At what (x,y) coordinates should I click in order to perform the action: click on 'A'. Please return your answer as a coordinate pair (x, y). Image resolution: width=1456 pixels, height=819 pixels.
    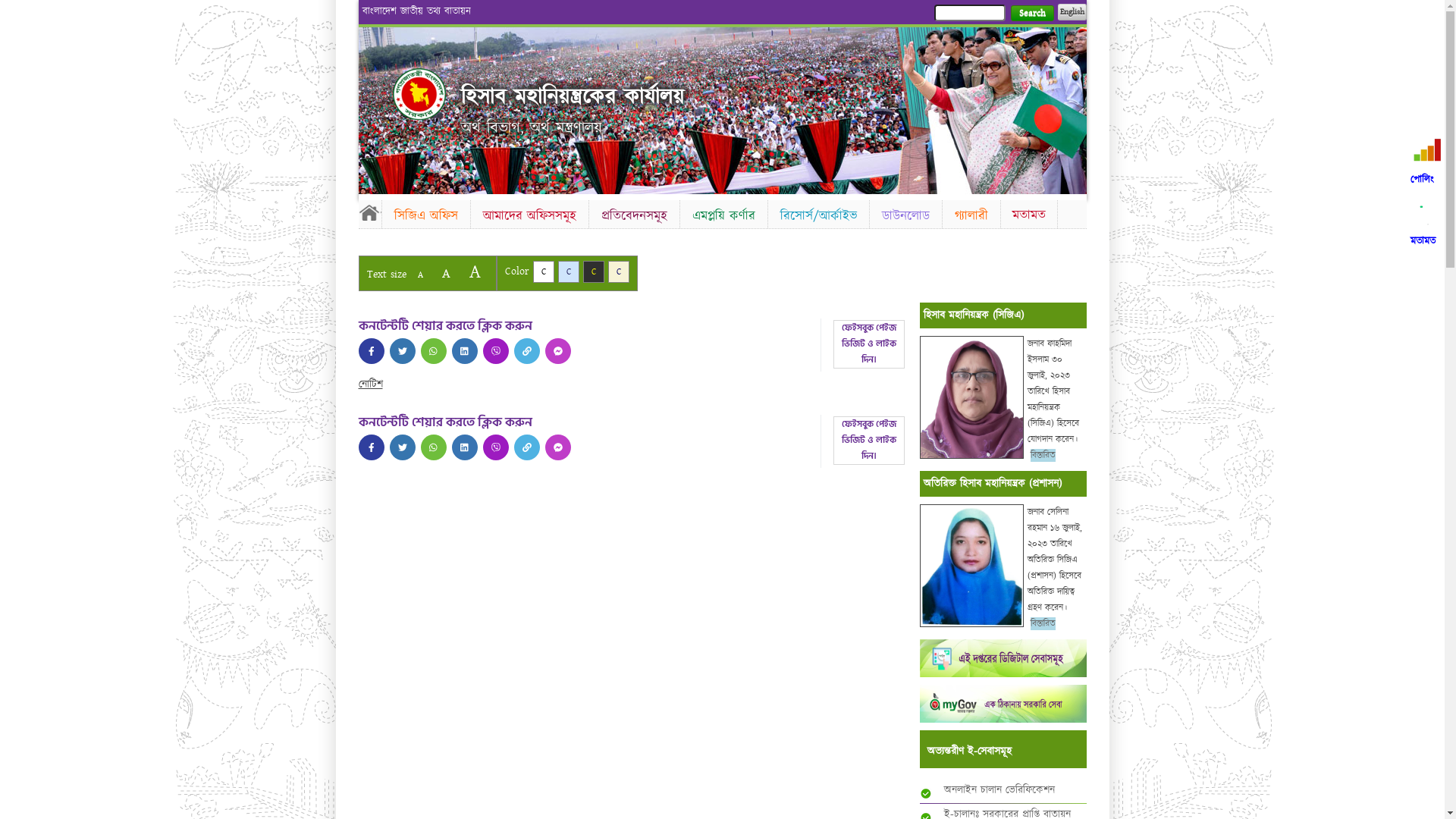
    Looking at the image, I should click on (473, 271).